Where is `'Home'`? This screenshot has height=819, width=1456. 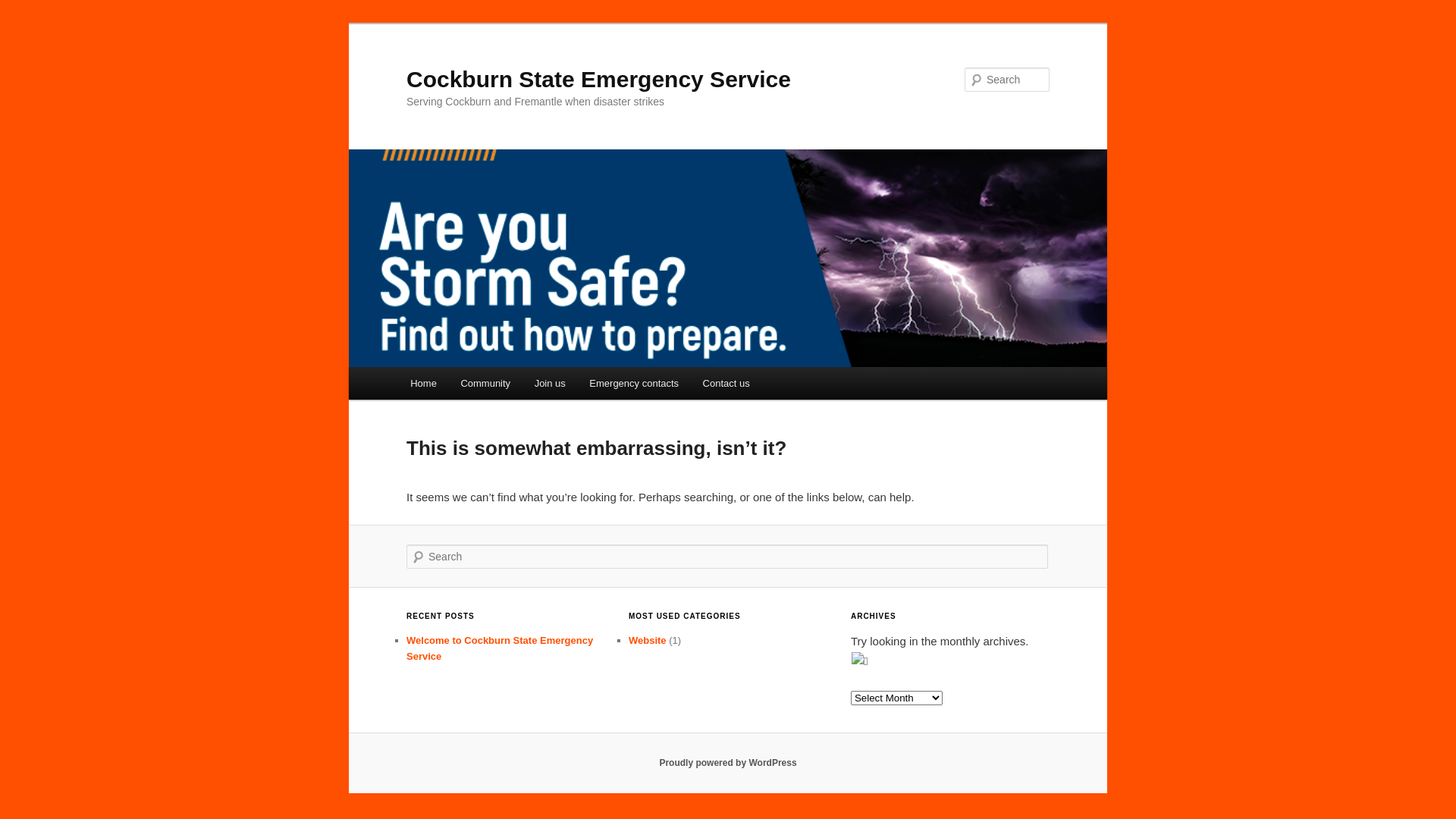
'Home' is located at coordinates (422, 382).